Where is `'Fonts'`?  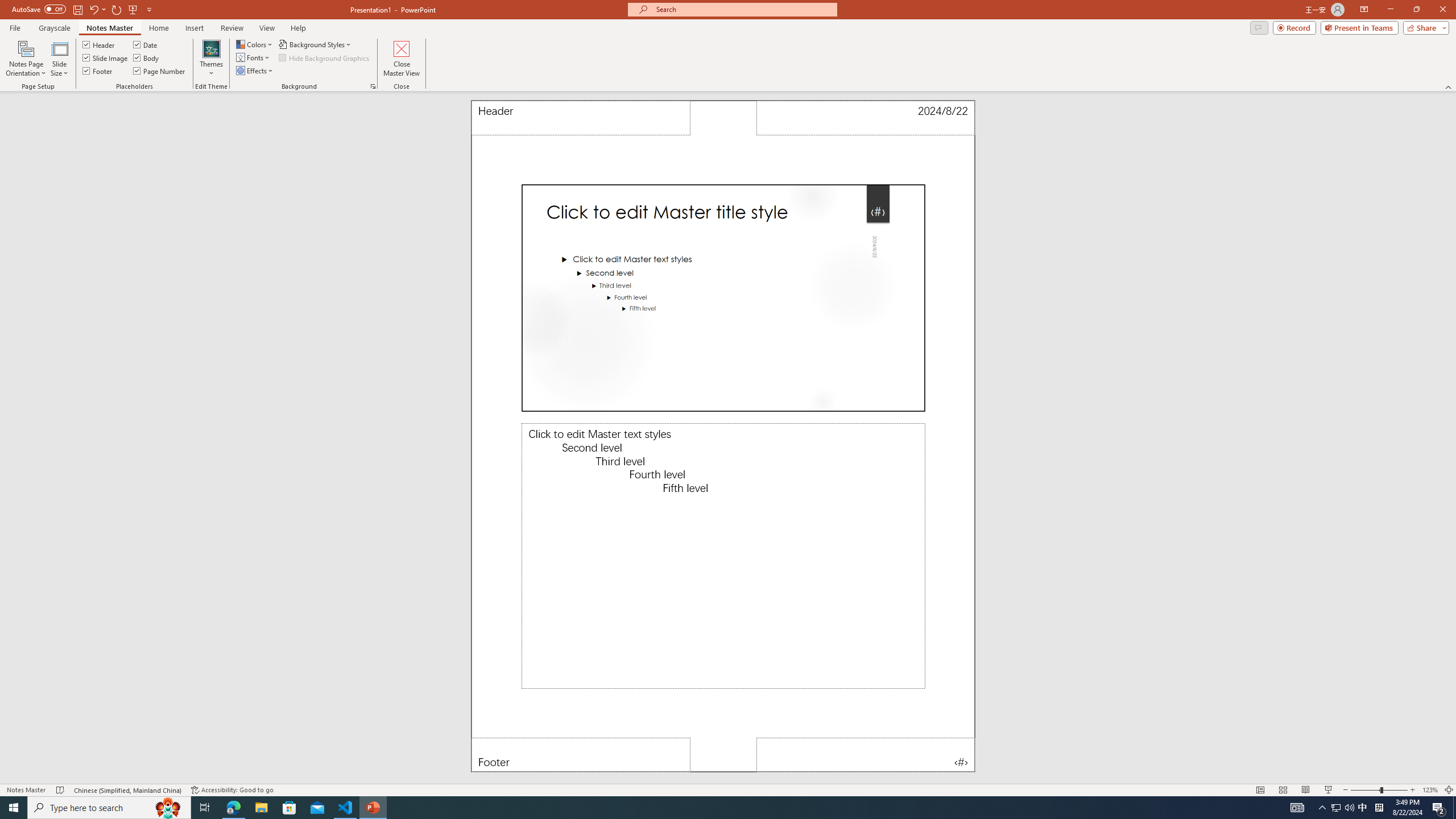 'Fonts' is located at coordinates (253, 56).